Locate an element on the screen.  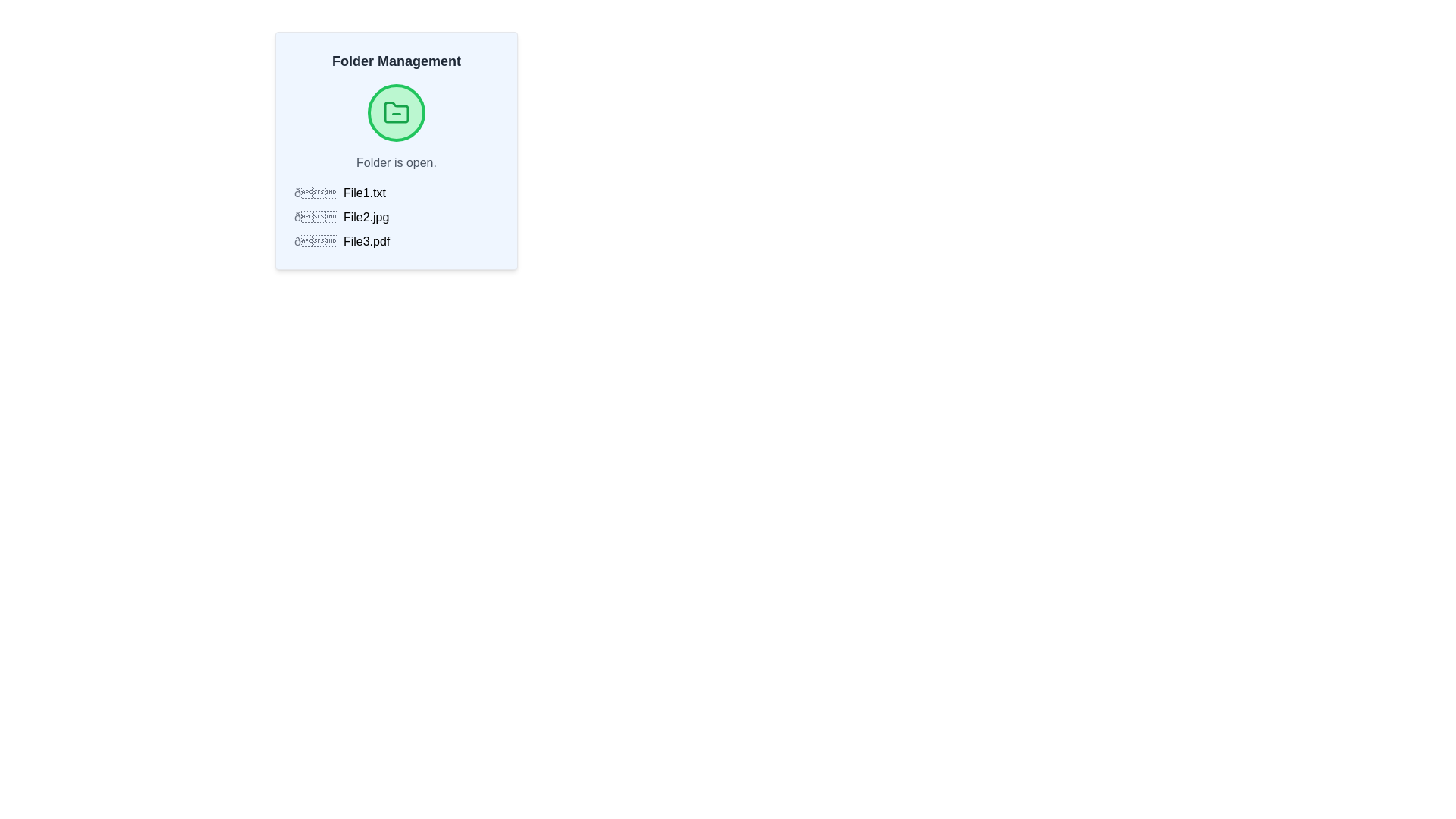
the static text element that indicates the current state of the folder, positioned below a green folder icon within a bordered card layout is located at coordinates (397, 163).